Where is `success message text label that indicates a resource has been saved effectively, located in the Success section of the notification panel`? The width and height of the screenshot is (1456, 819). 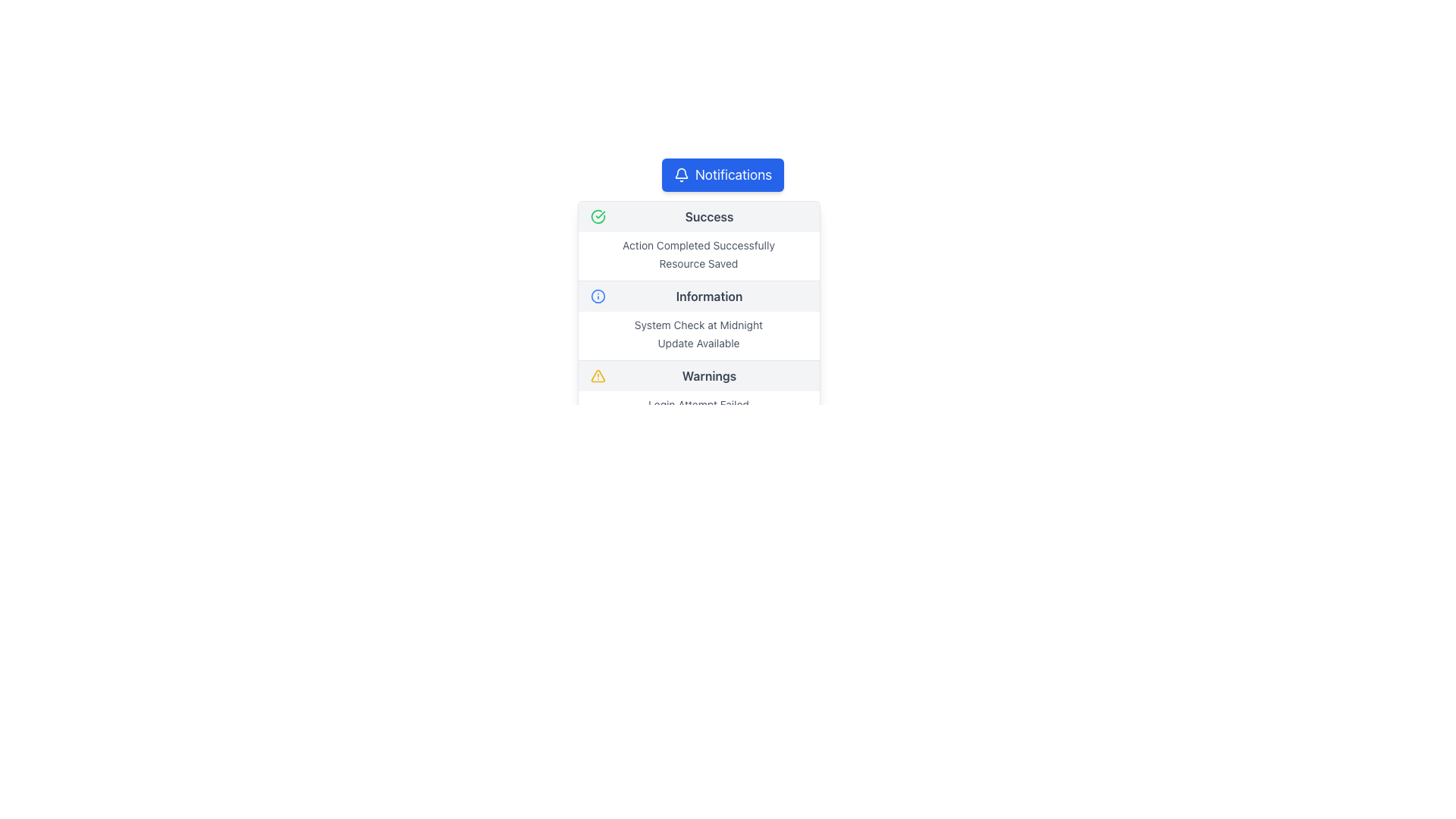
success message text label that indicates a resource has been saved effectively, located in the Success section of the notification panel is located at coordinates (698, 262).